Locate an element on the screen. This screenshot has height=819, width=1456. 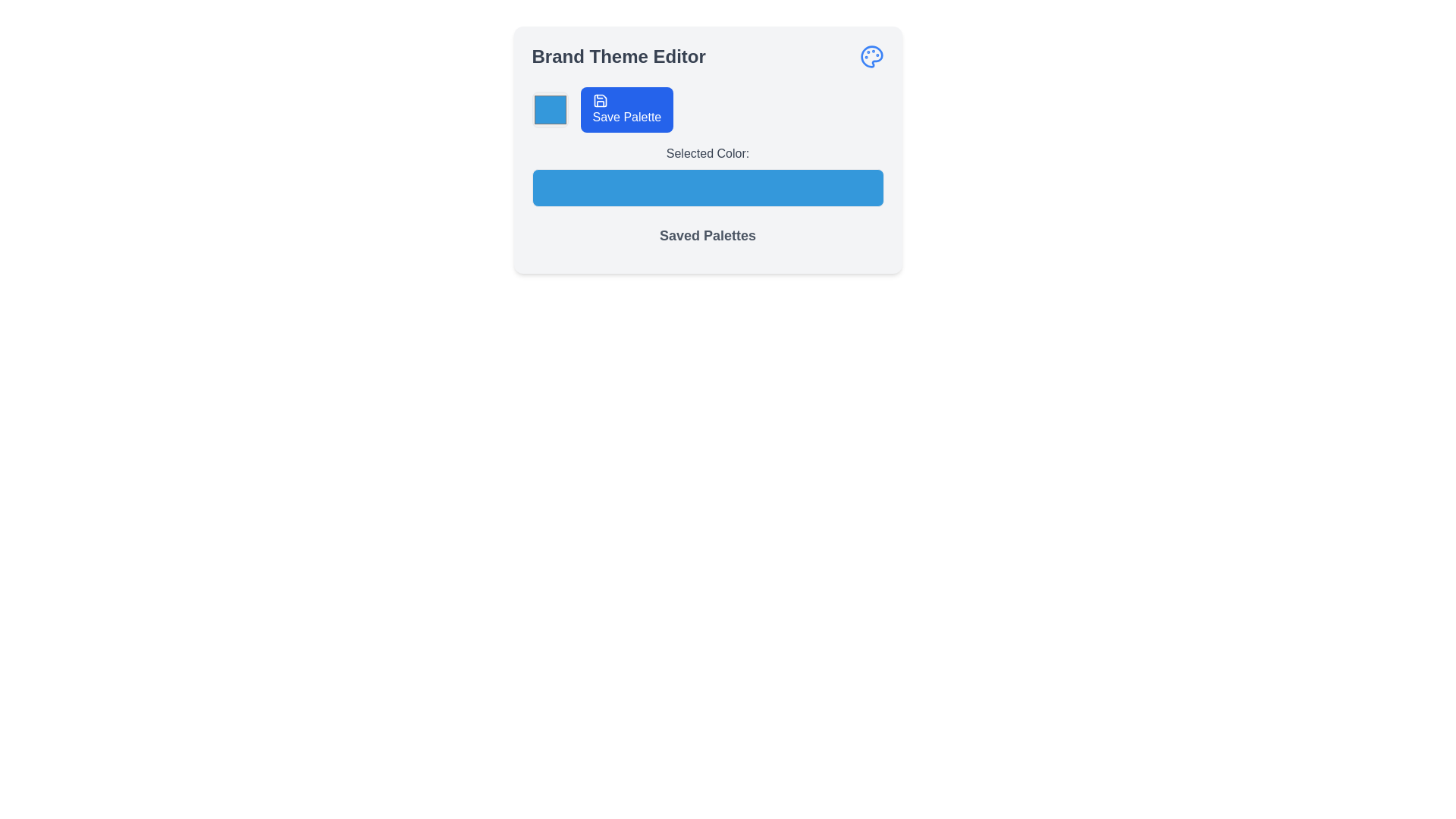
the 'Selected Color:' static display element with a blue color box in the Brand Theme Editor, located below the 'Save Palette' button is located at coordinates (707, 174).